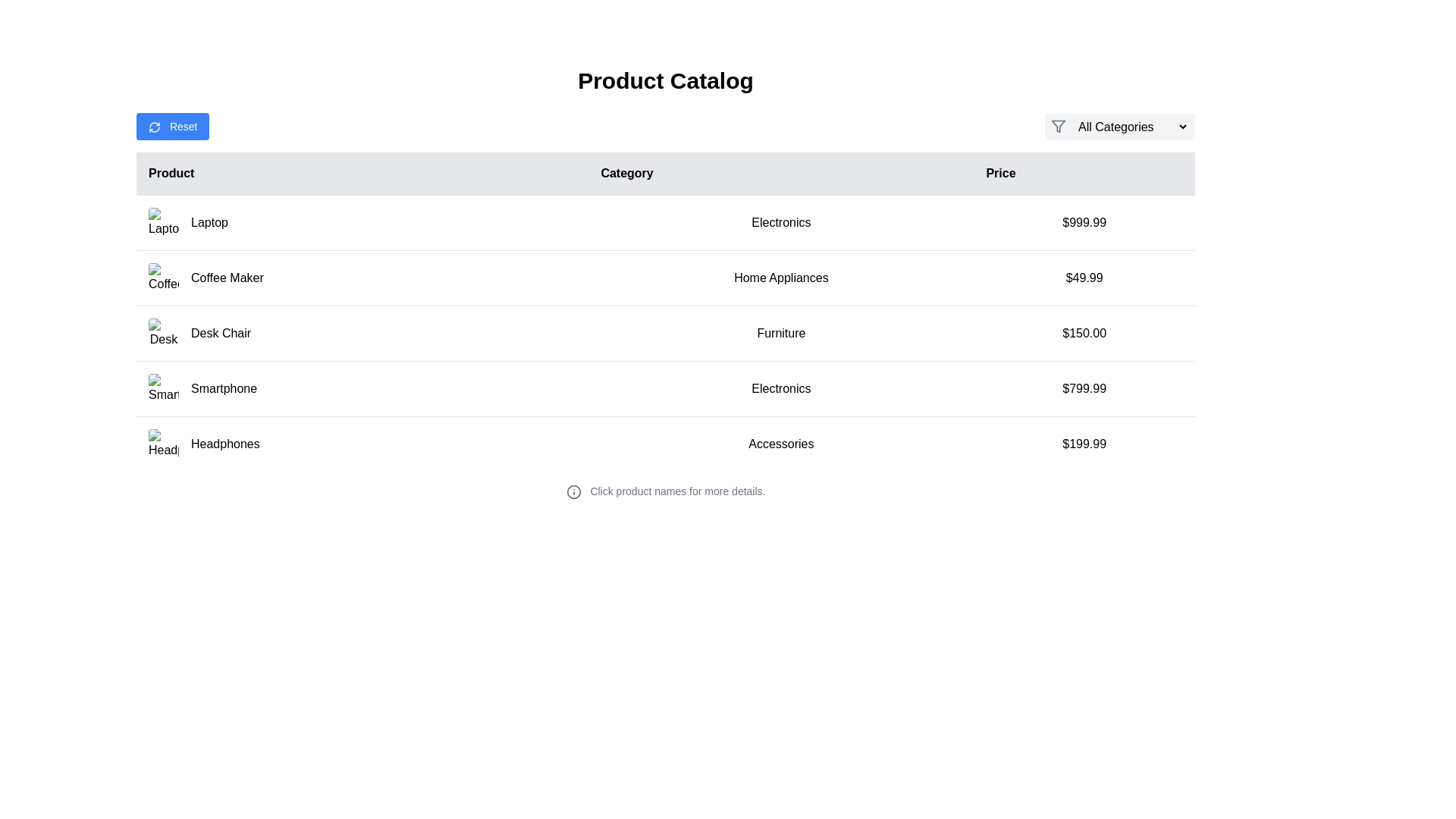 This screenshot has width=1456, height=819. Describe the element at coordinates (1084, 332) in the screenshot. I see `the text content of the monetary value label displaying '$150.00' in the 'Price' column for the 'Desk Chair' product in the product catalog table` at that location.